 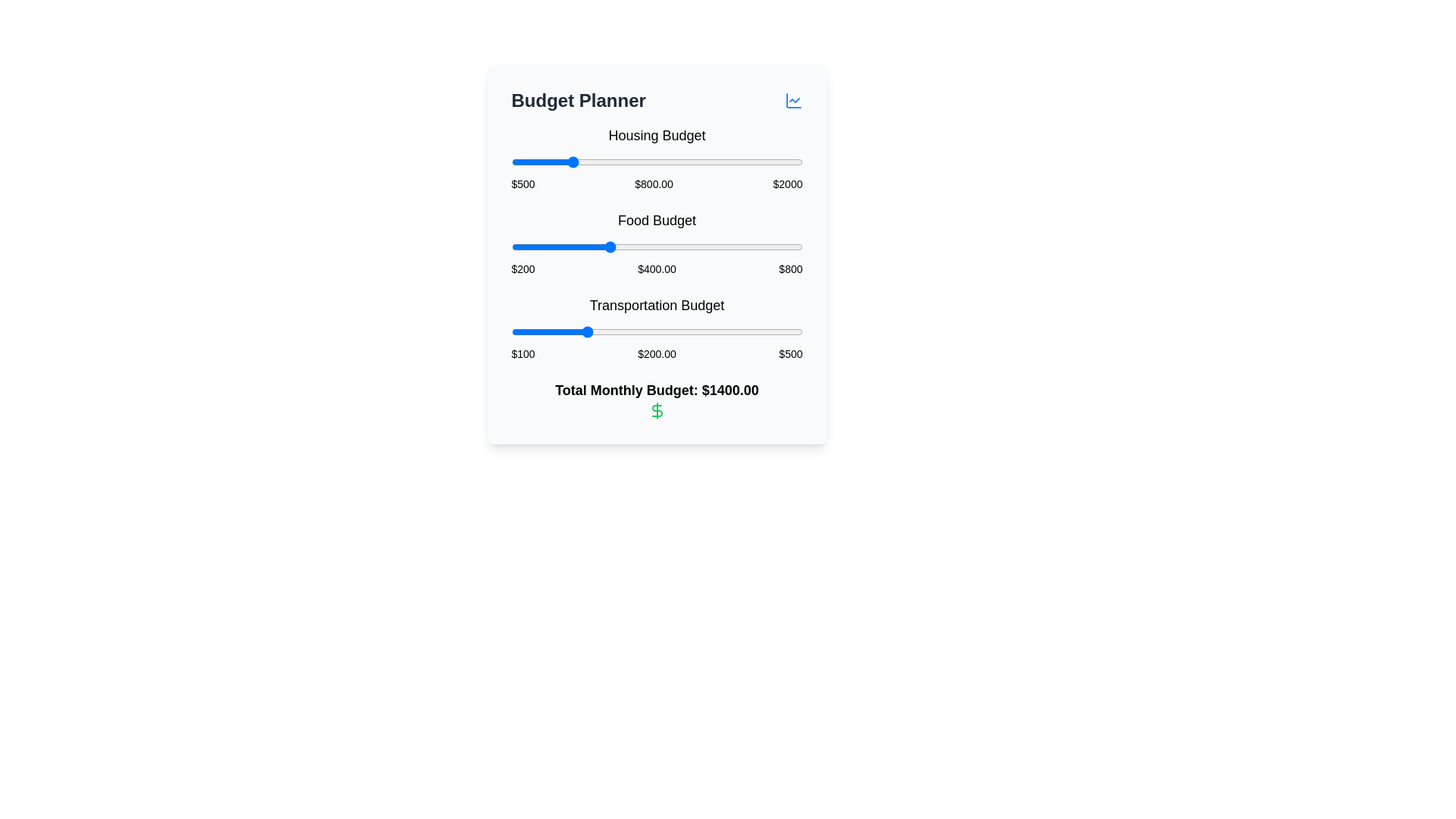 What do you see at coordinates (655, 246) in the screenshot?
I see `the Food Budget slider` at bounding box center [655, 246].